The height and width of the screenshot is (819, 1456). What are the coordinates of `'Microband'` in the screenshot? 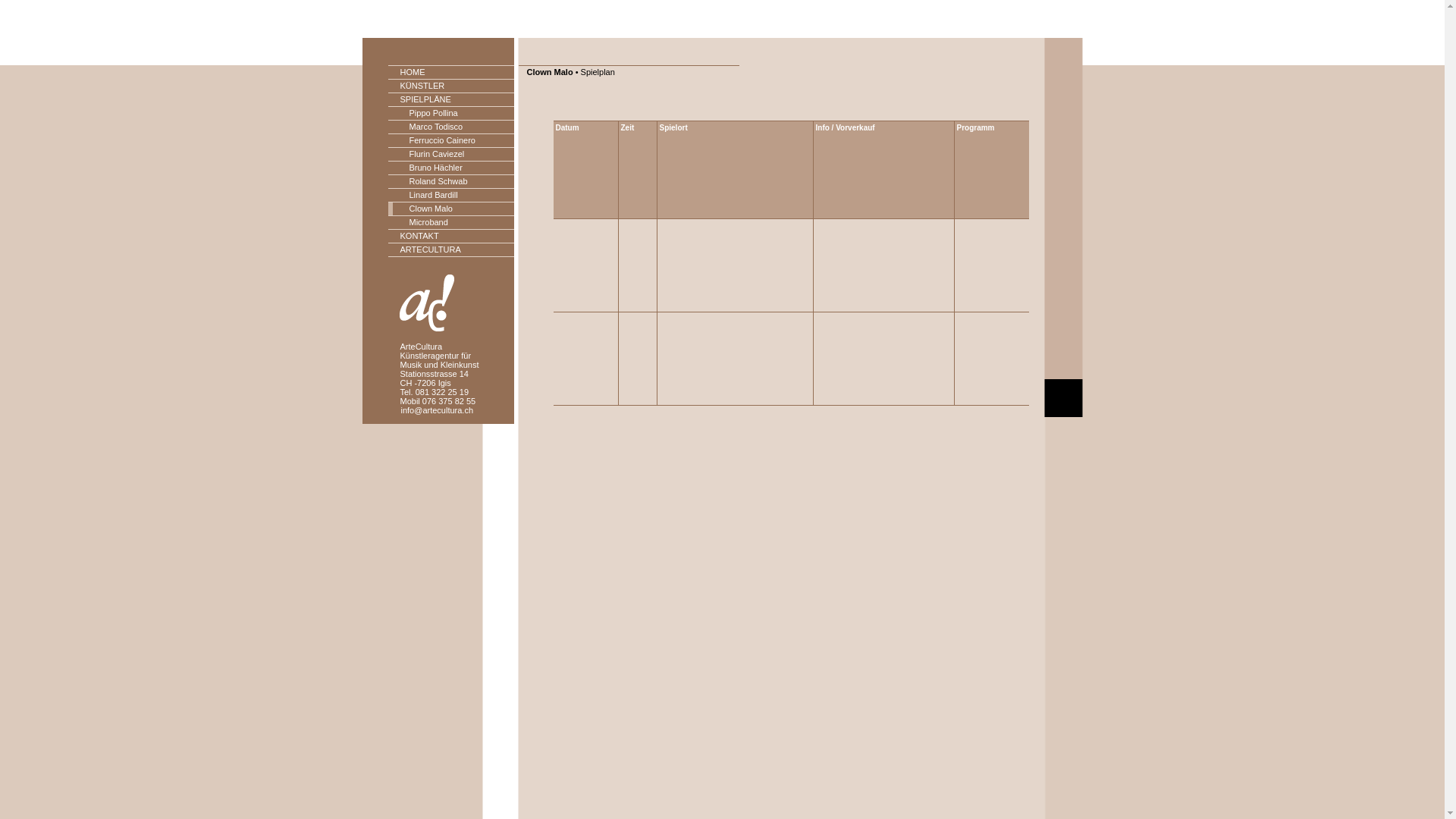 It's located at (450, 222).